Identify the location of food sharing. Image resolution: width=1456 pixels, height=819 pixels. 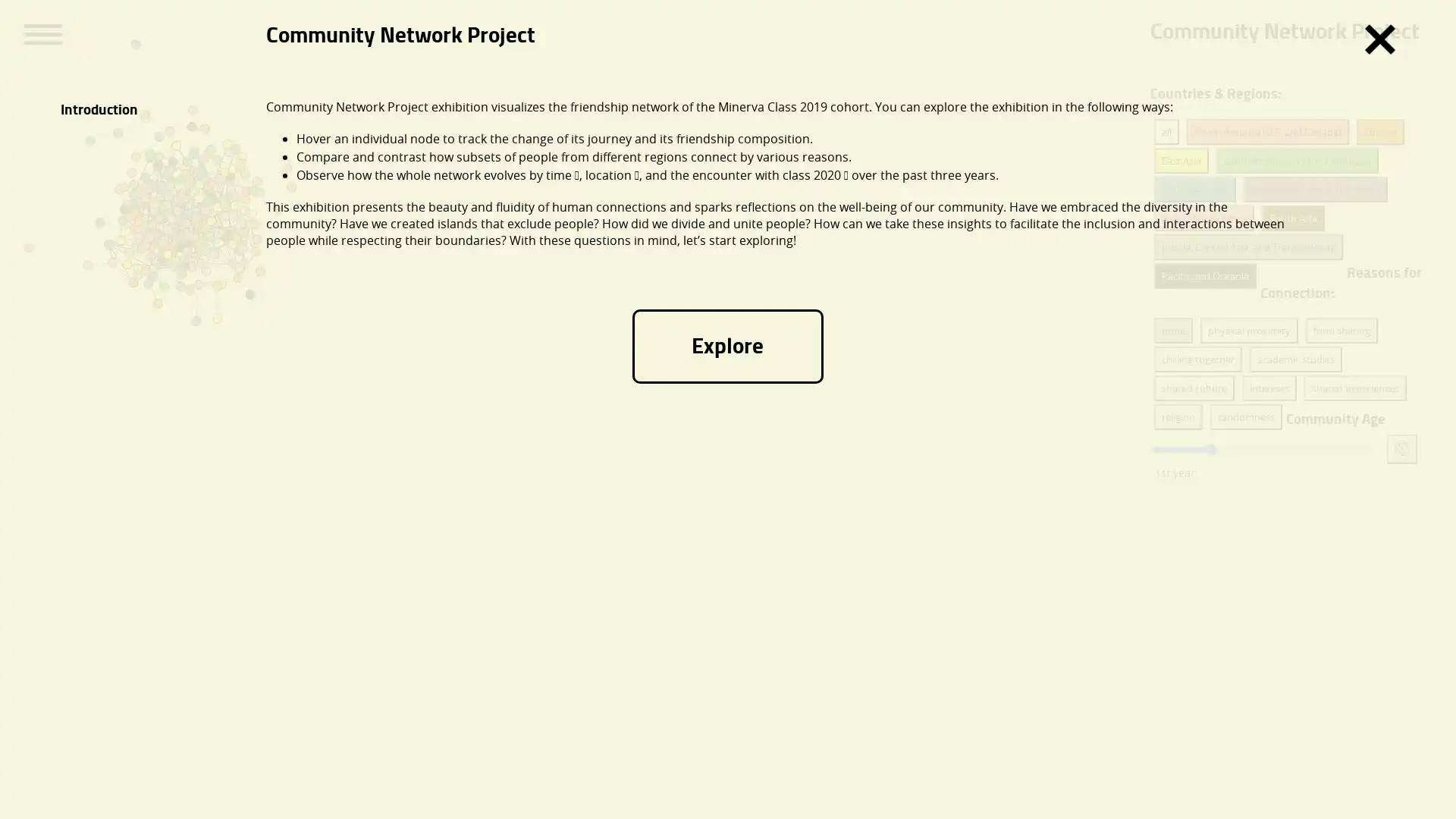
(1341, 329).